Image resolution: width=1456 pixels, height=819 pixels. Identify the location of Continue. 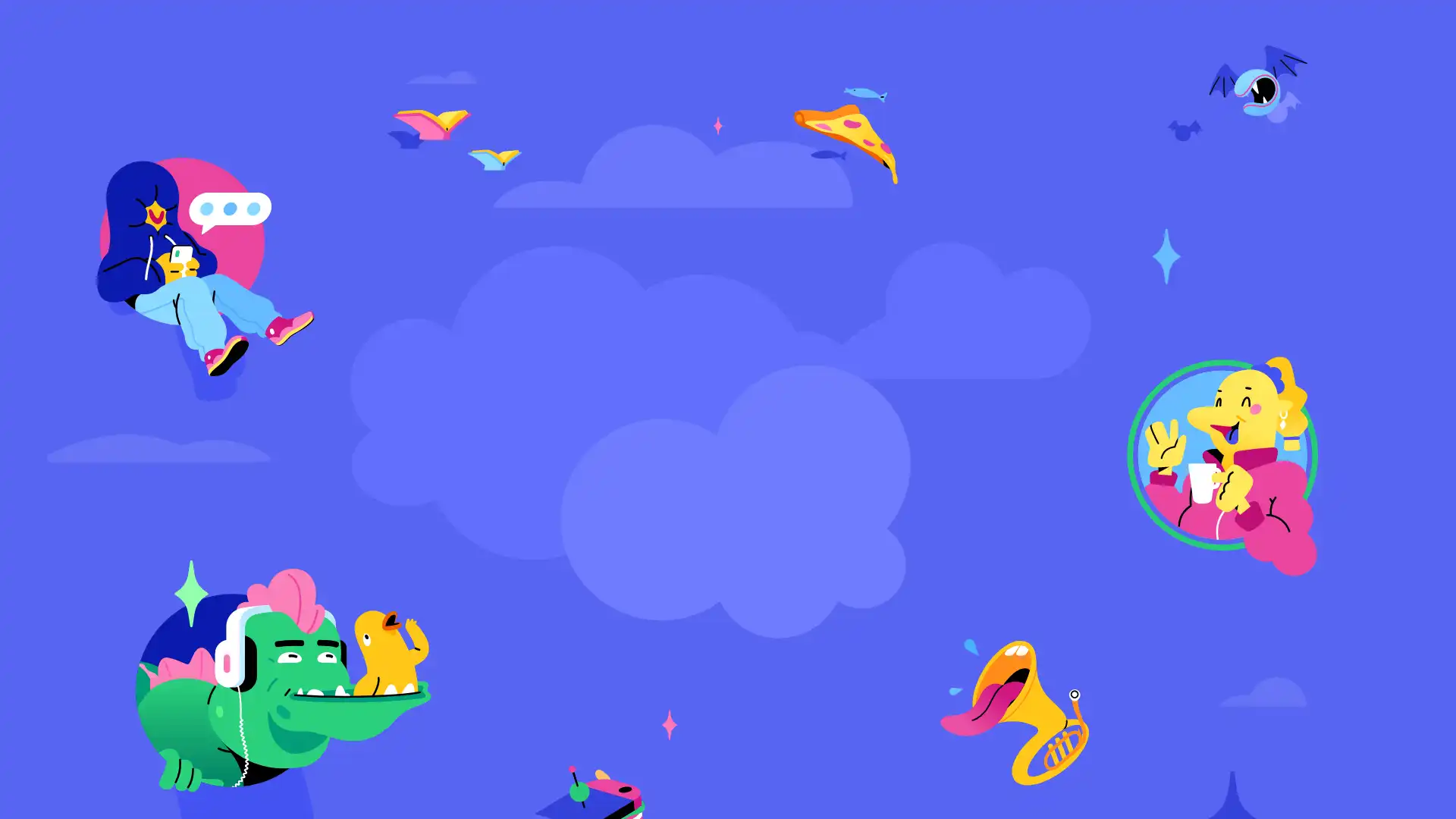
(728, 497).